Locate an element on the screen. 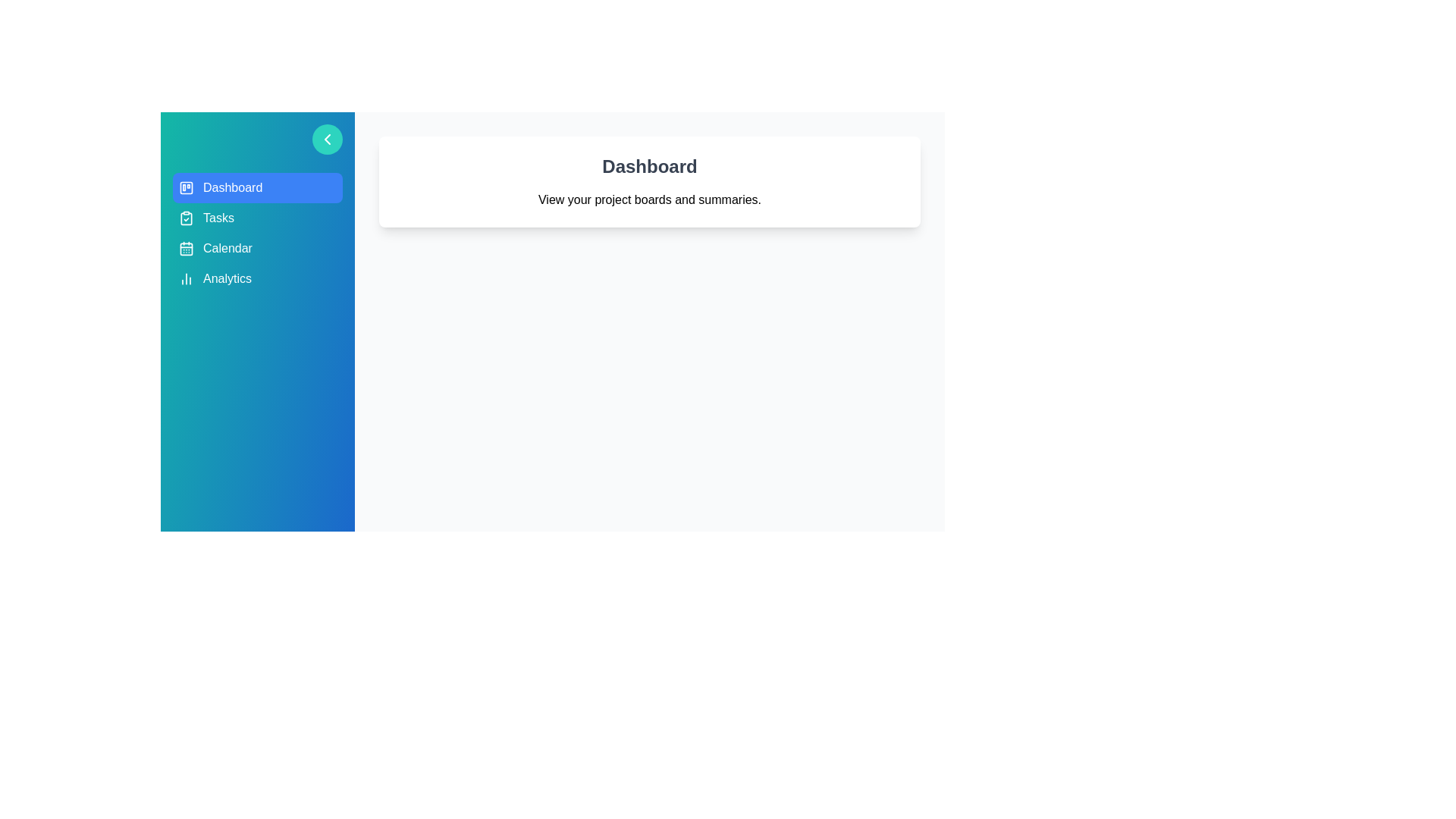 The height and width of the screenshot is (819, 1456). the 'Tasks' text label in the vertical menu list is located at coordinates (218, 218).